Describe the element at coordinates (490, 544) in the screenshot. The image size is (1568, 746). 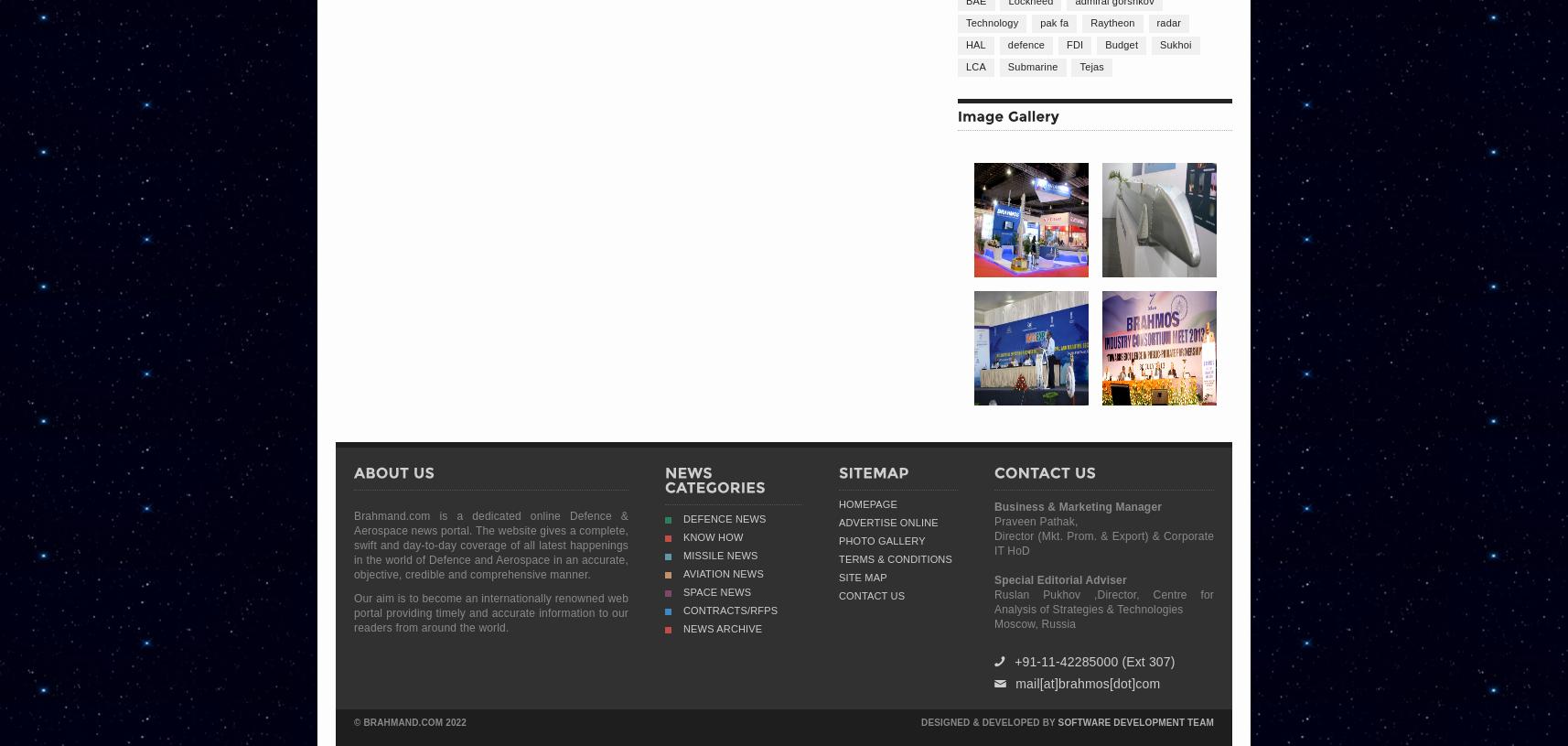
I see `'Brahmand.com is a dedicated online Defence & Aerospace news portal. The website gives a complete, swift and day-to-day coverage of all latest happenings in the world of Defence and Aerospace in an accurate, objective, credible and comprehensive manner.'` at that location.